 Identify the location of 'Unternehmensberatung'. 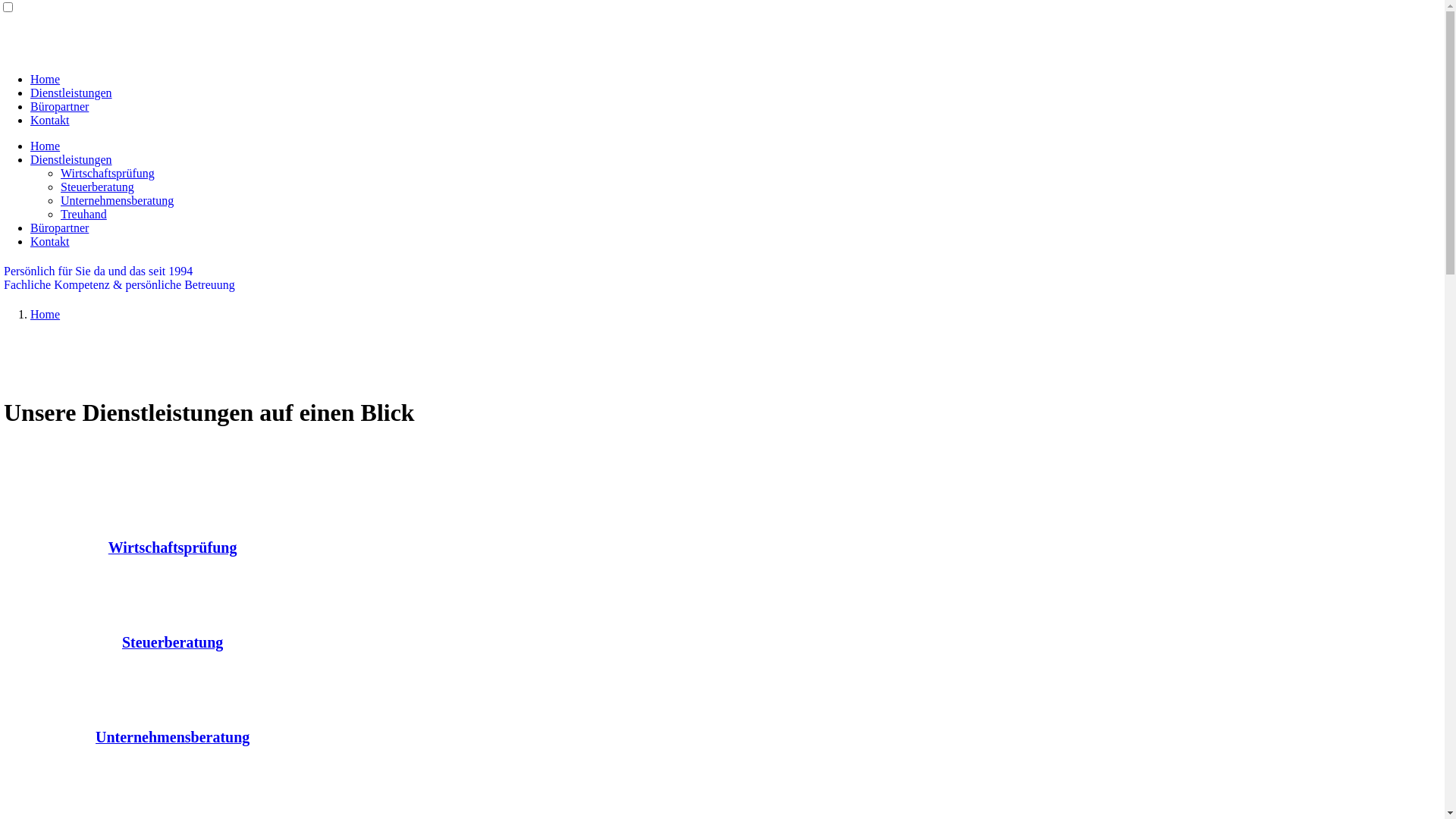
(116, 199).